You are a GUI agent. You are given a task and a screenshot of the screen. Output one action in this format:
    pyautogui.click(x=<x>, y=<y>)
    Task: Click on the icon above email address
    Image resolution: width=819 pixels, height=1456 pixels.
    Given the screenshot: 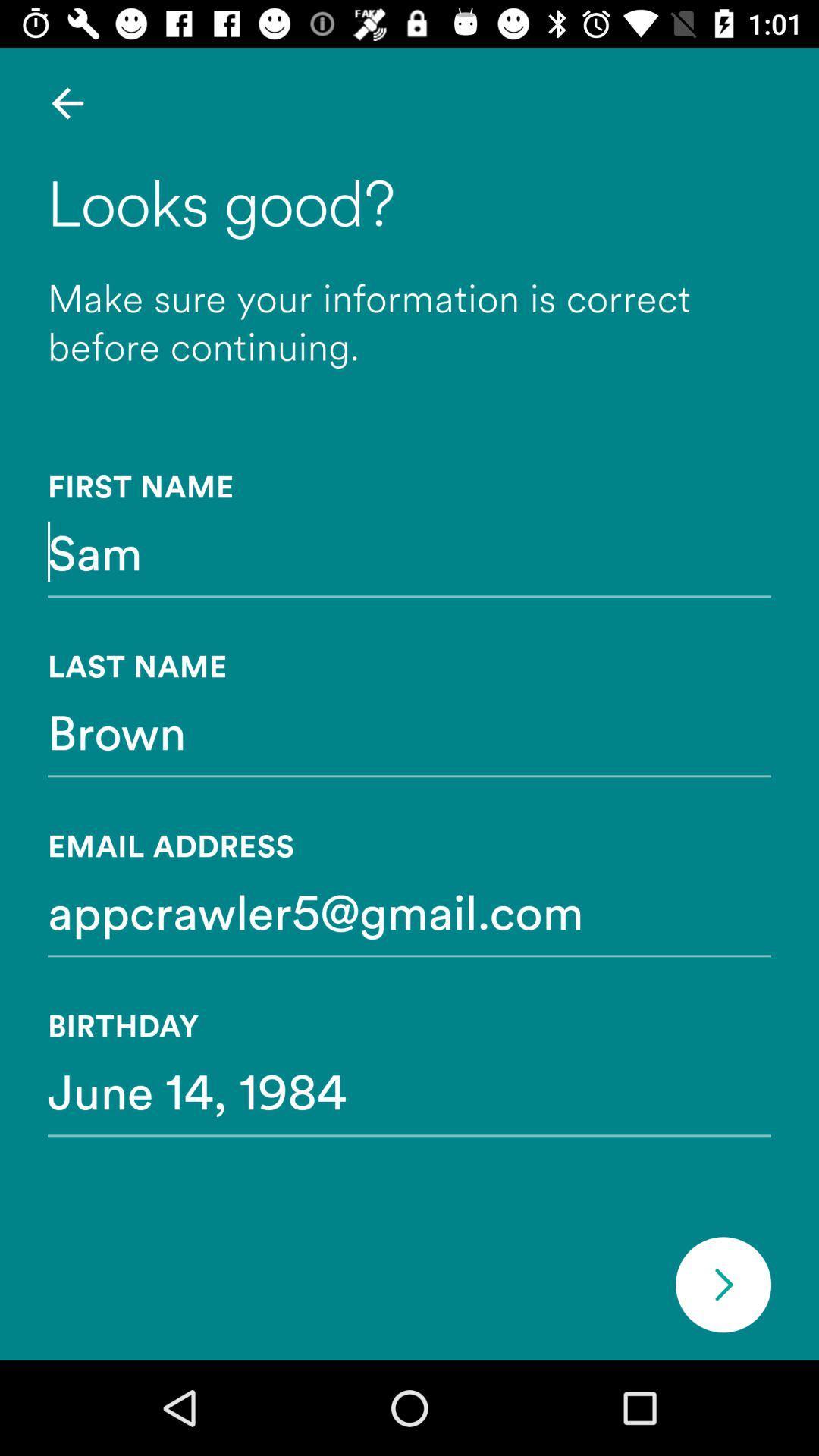 What is the action you would take?
    pyautogui.click(x=409, y=731)
    